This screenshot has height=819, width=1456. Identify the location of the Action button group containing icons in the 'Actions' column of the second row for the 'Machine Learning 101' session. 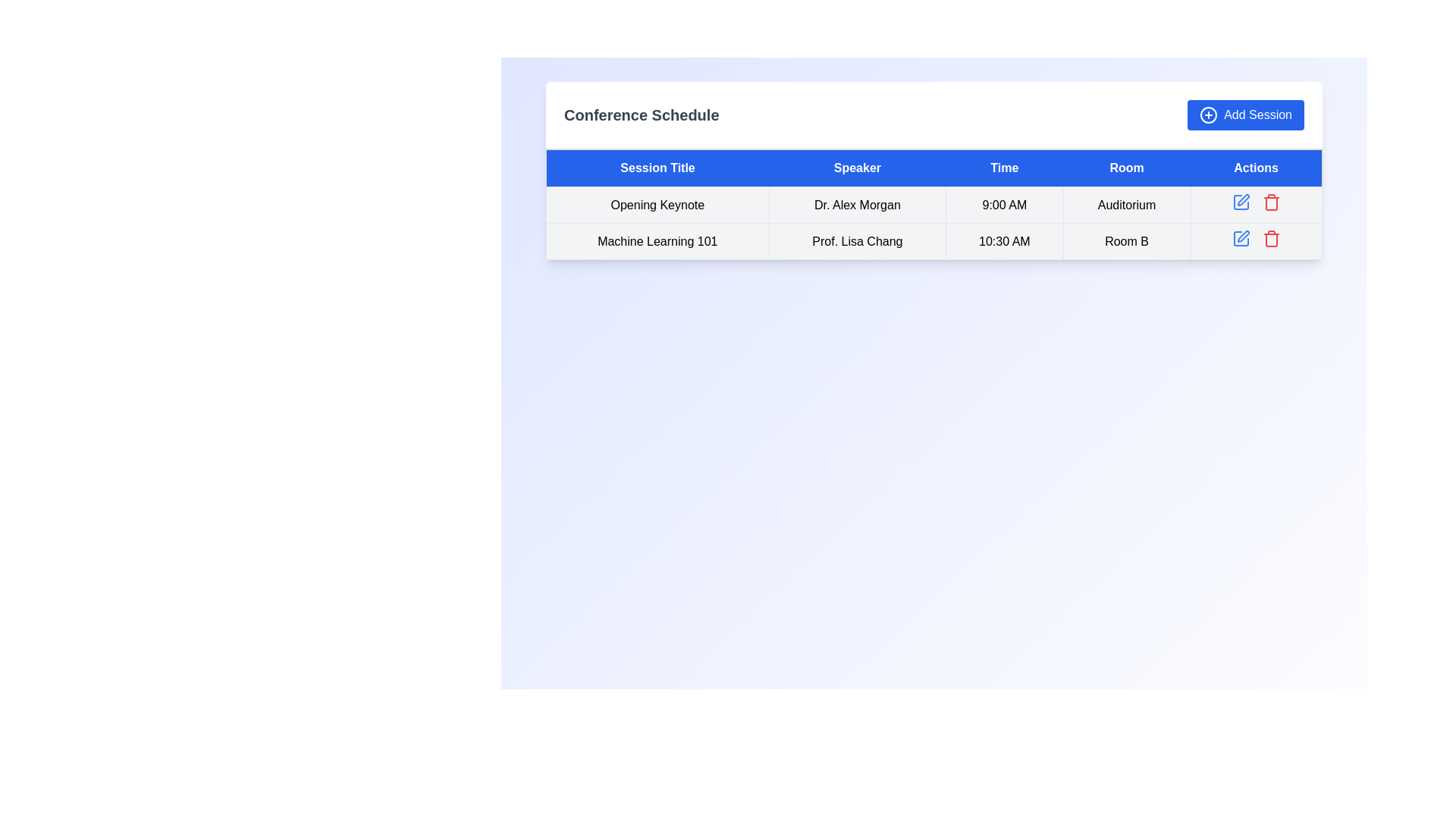
(1256, 240).